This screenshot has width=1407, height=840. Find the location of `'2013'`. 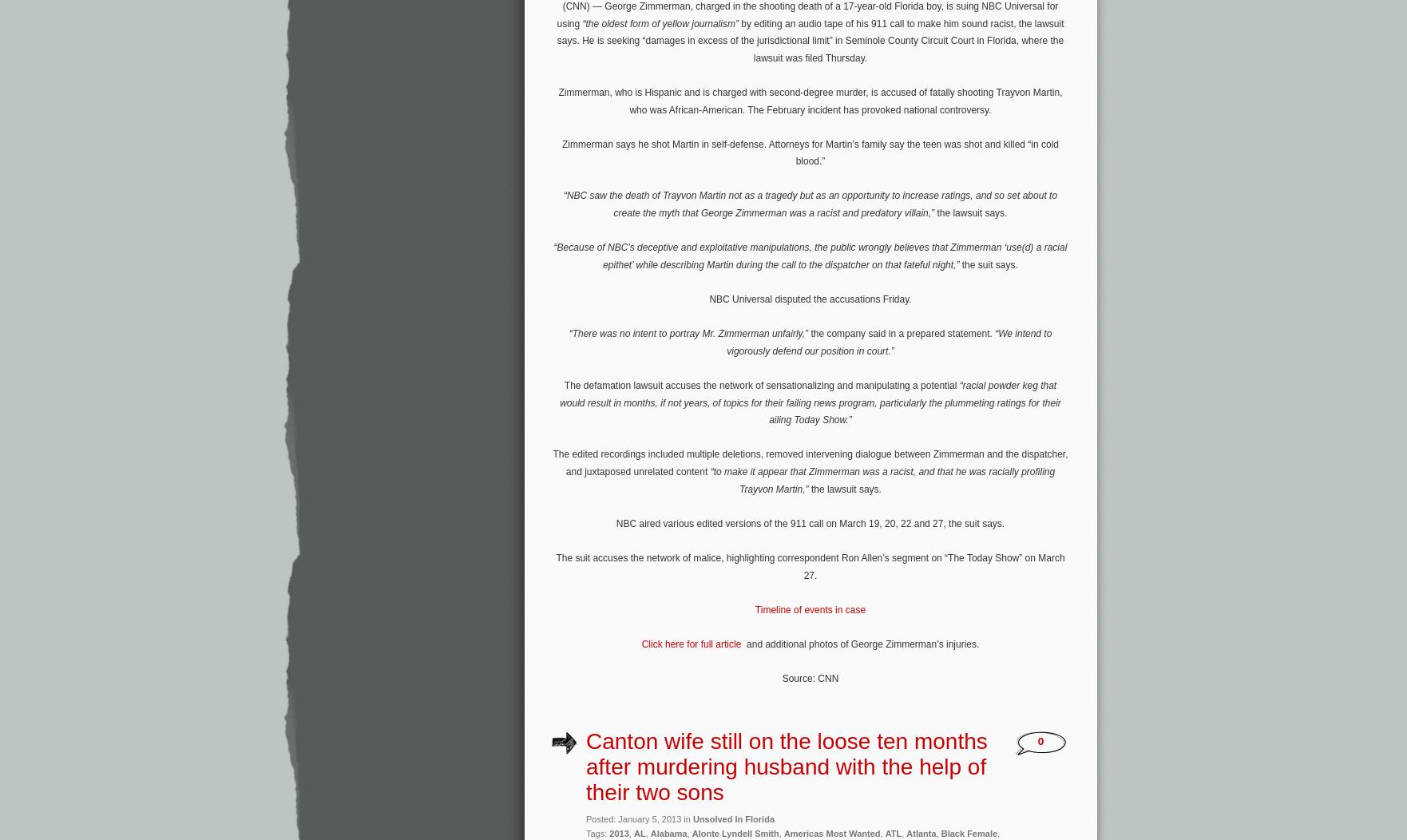

'2013' is located at coordinates (617, 831).